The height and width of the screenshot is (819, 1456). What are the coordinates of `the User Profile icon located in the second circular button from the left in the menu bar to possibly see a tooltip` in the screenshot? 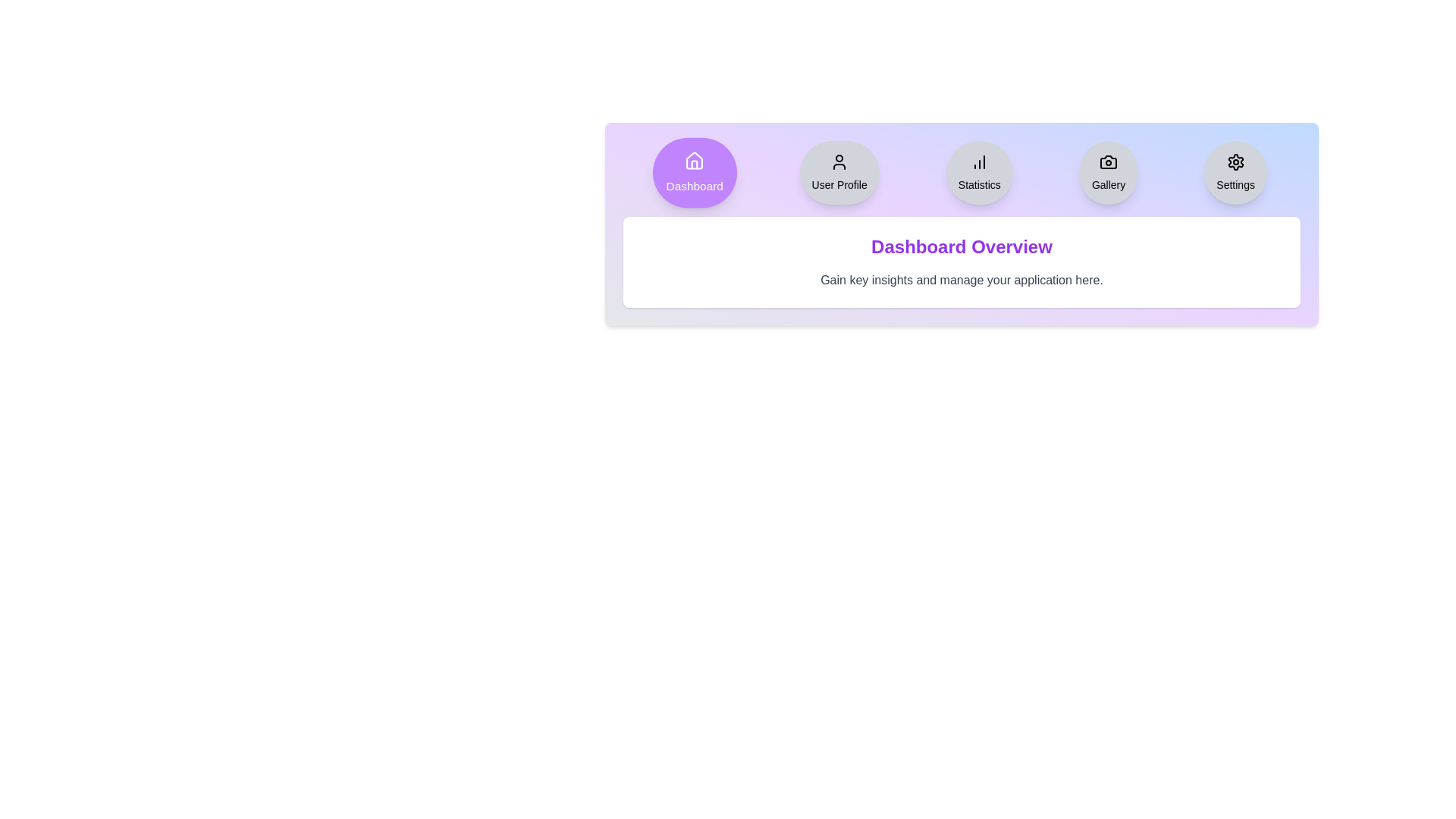 It's located at (839, 162).